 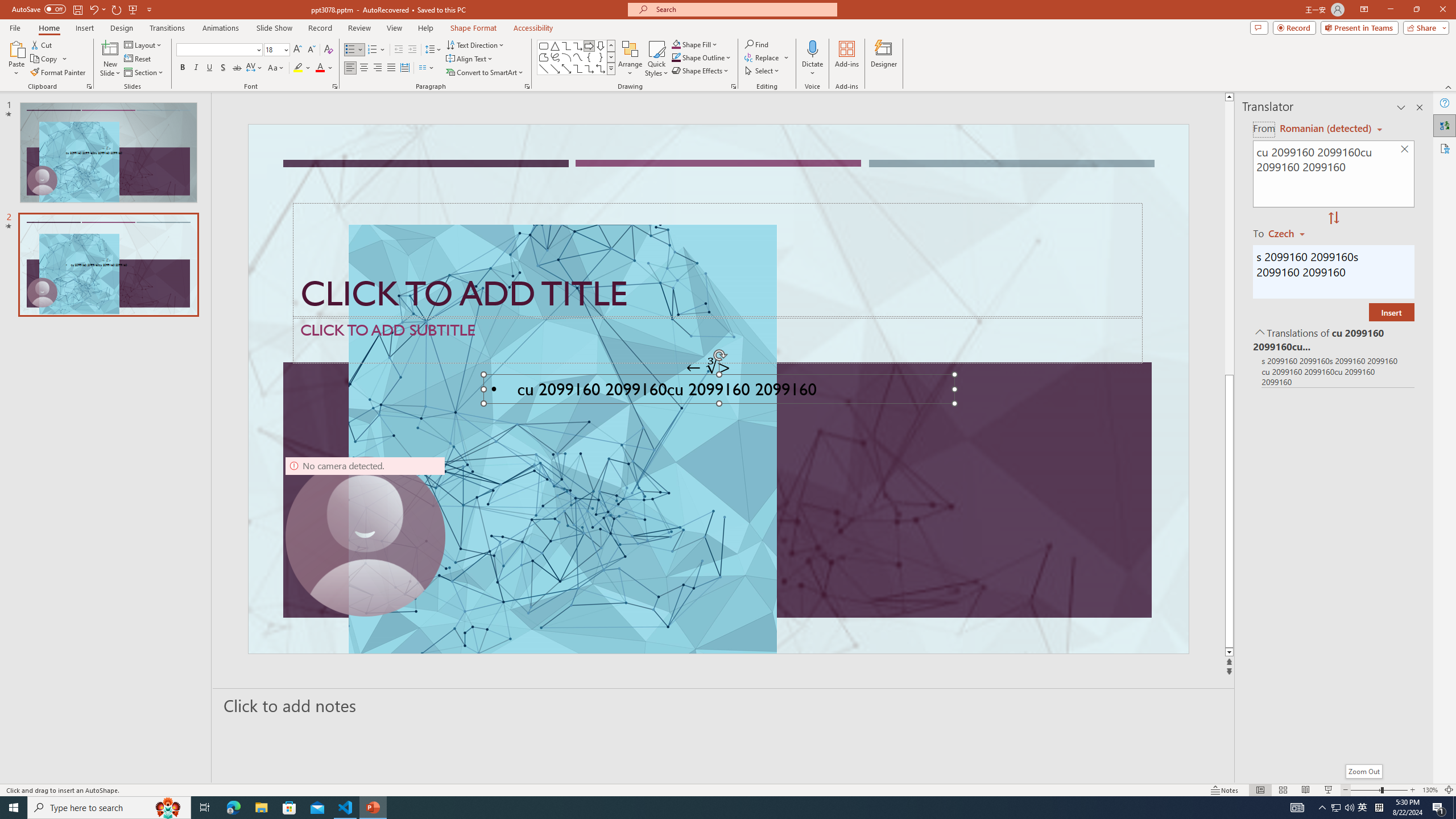 I want to click on 'Connector: Elbow Double-Arrow', so click(x=600, y=68).